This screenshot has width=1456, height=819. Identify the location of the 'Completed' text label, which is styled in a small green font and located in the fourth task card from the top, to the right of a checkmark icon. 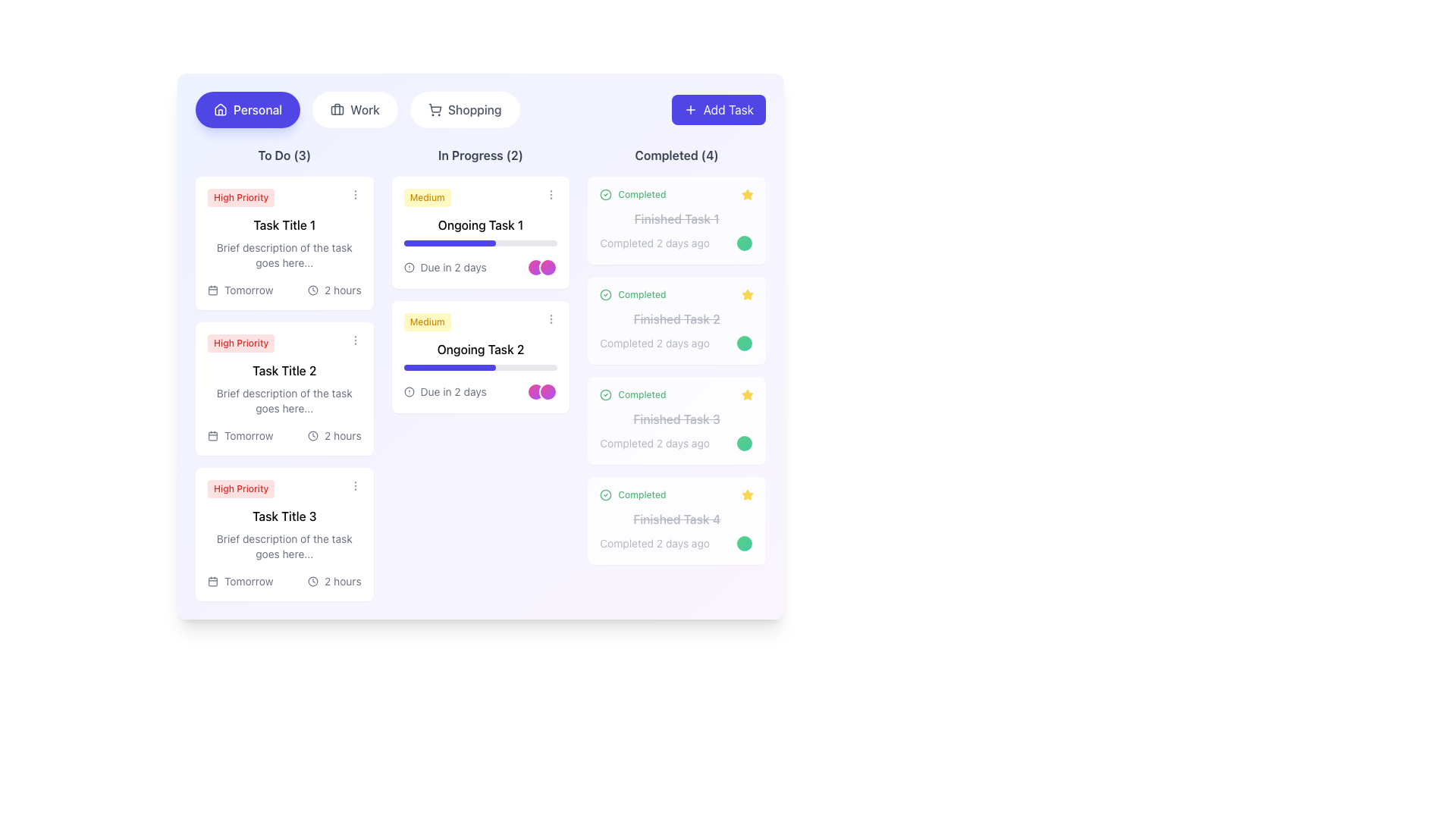
(642, 494).